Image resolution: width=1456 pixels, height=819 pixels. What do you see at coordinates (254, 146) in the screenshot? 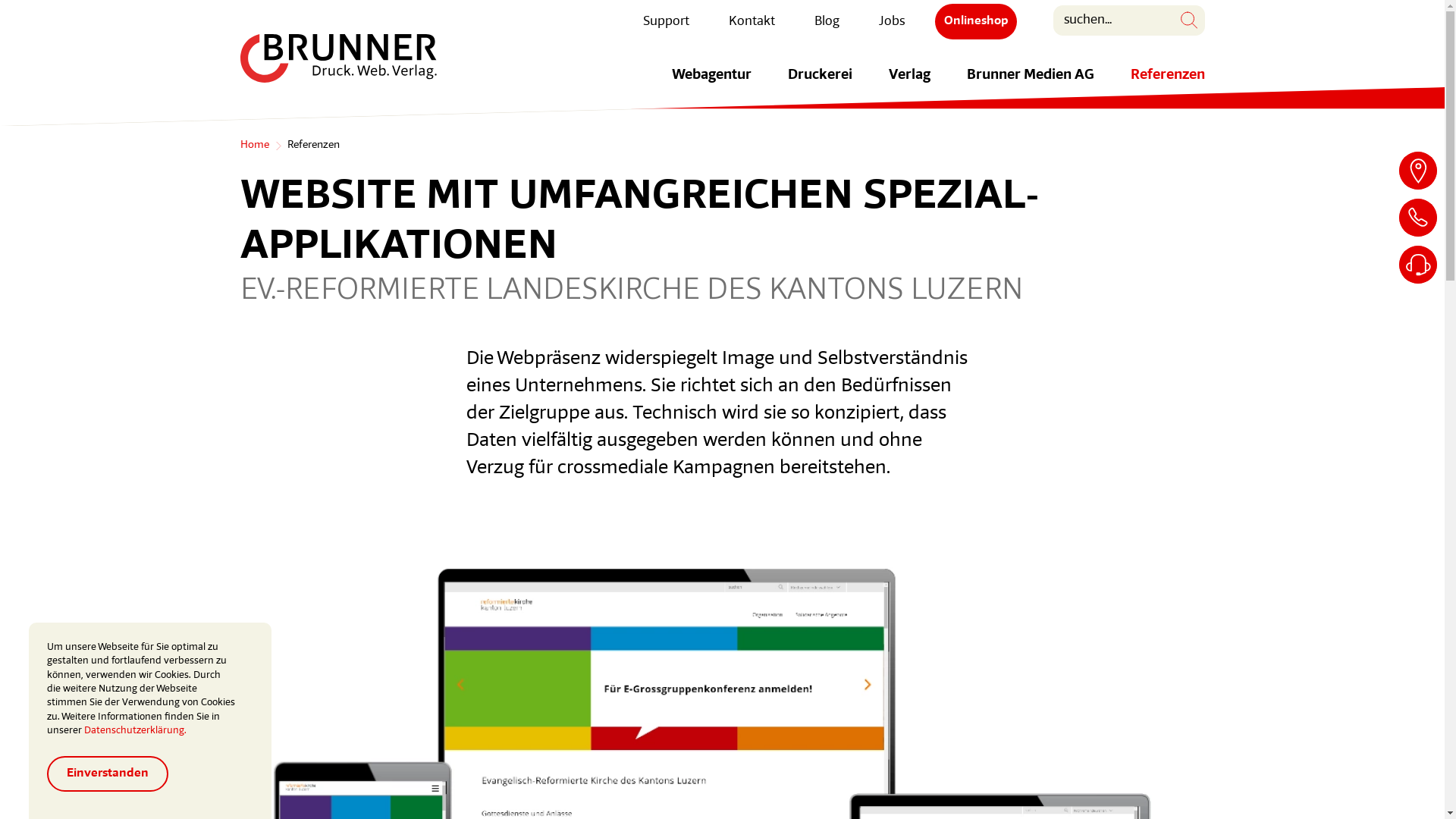
I see `'Home'` at bounding box center [254, 146].